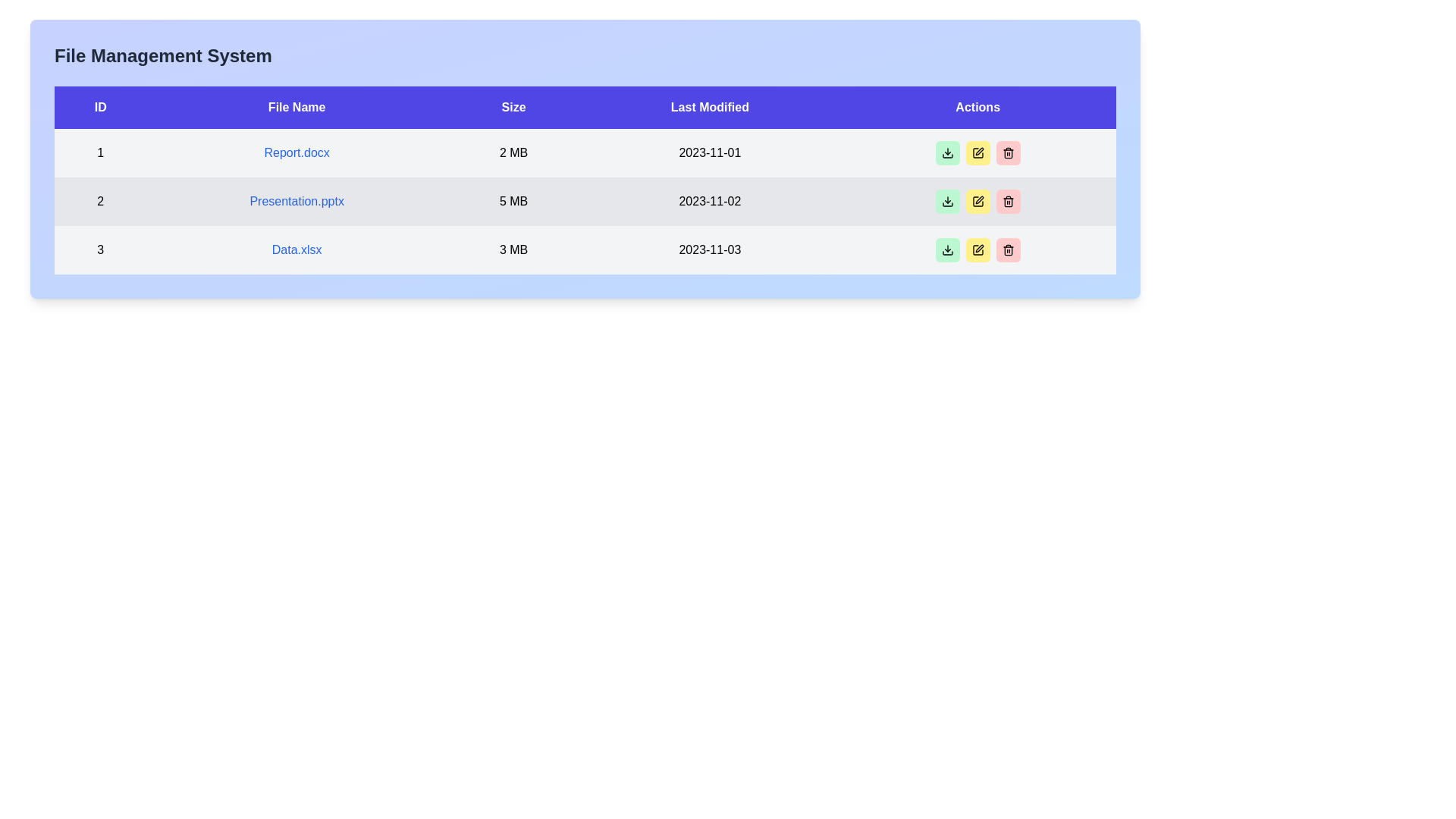 This screenshot has height=819, width=1456. Describe the element at coordinates (99, 152) in the screenshot. I see `the ID number element in the first cell of the first row under the 'ID' column of the file management table, which corresponds to the file 'Report.docx'` at that location.